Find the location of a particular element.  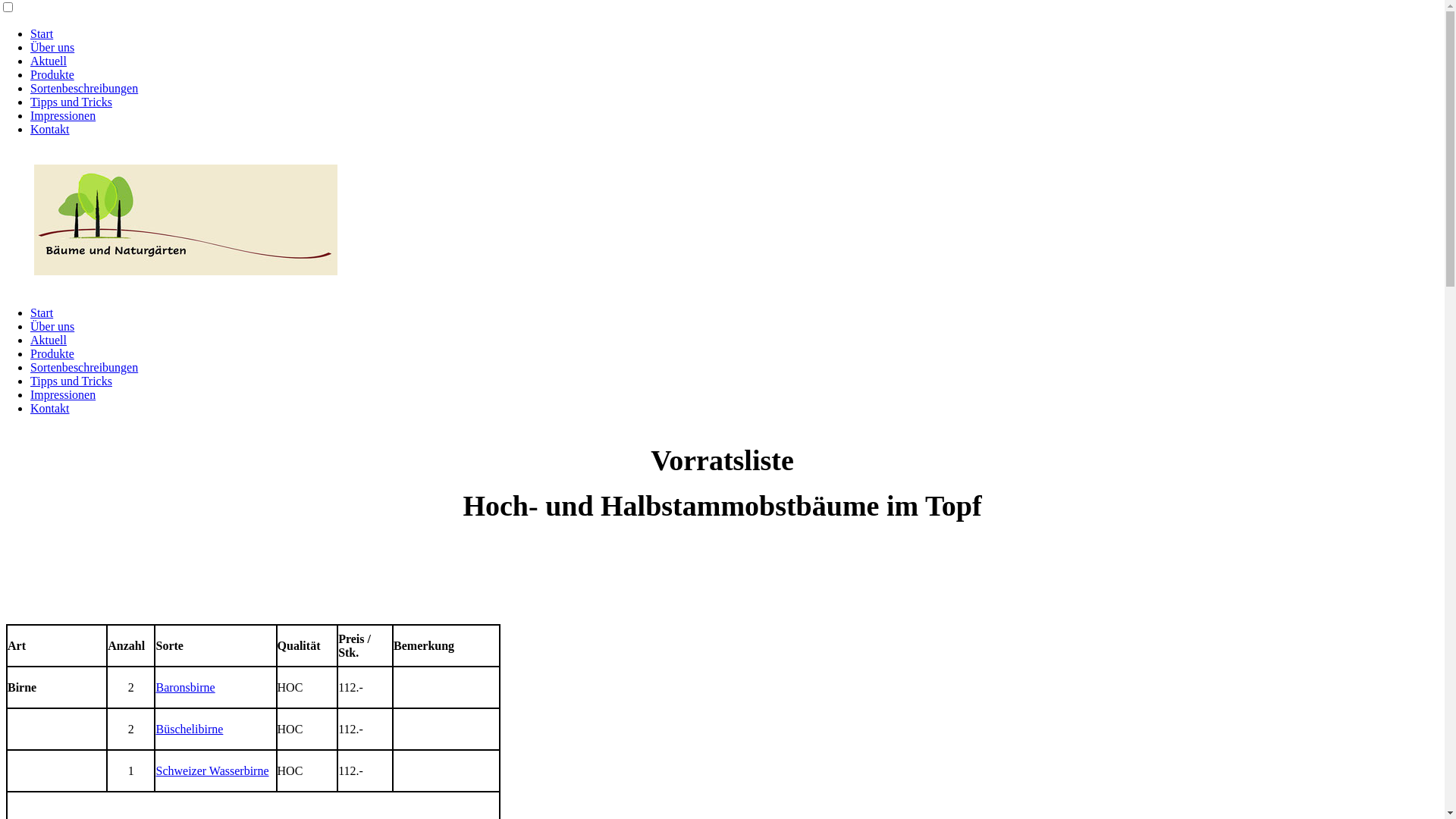

'Tipps und Tricks' is located at coordinates (71, 102).